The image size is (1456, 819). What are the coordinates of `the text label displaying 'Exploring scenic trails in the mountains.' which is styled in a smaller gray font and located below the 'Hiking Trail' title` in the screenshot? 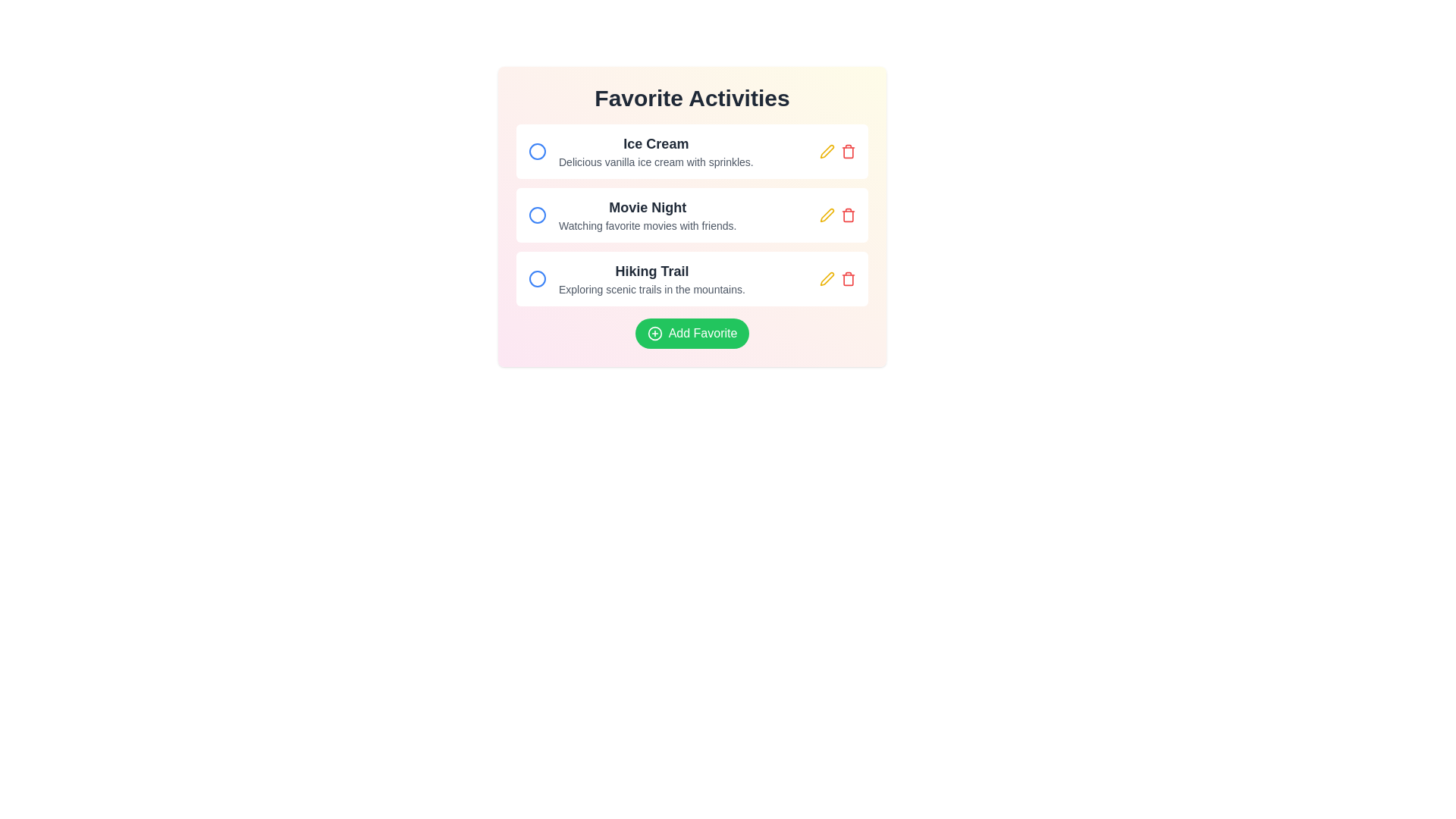 It's located at (651, 289).